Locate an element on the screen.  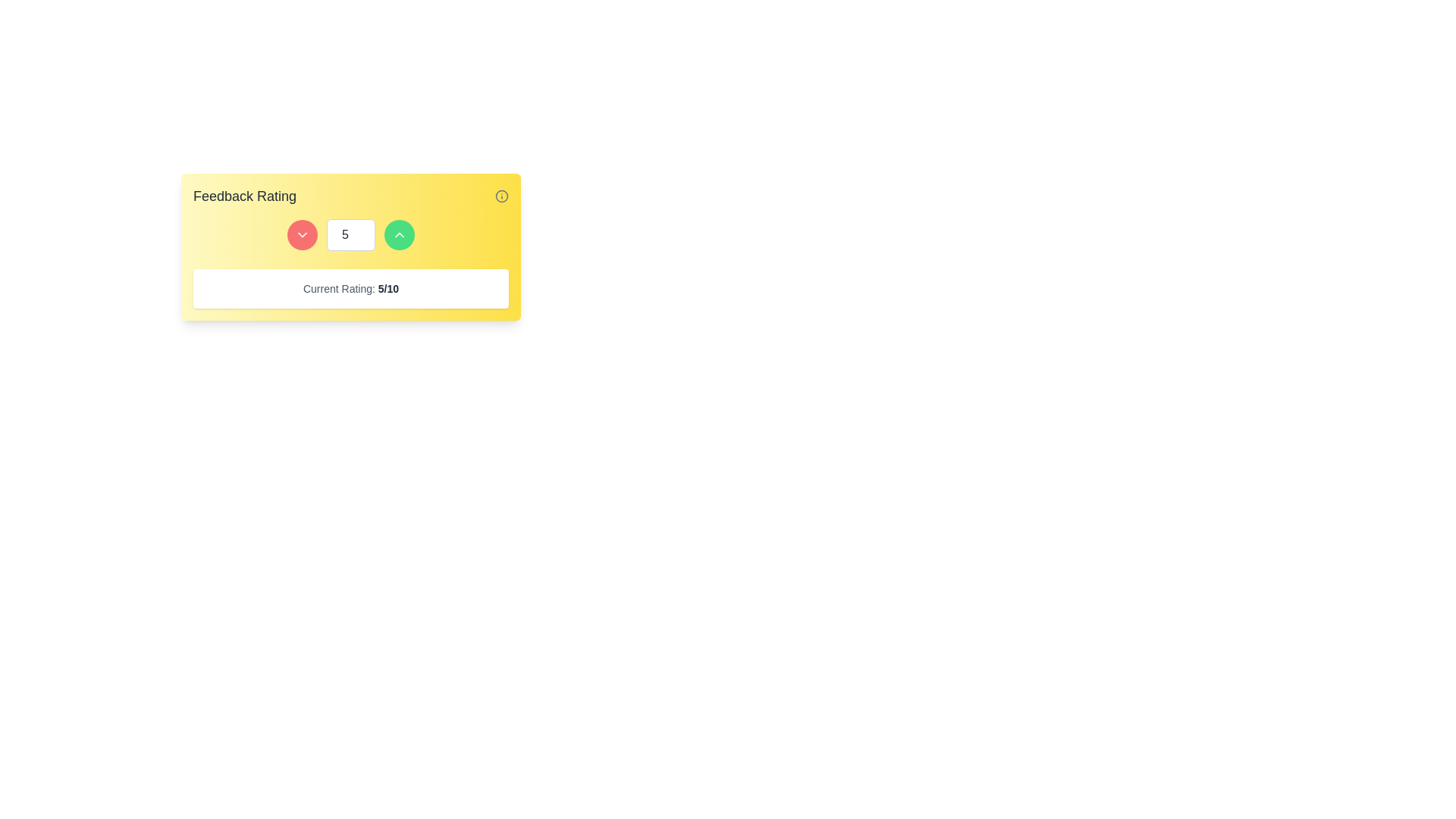
the decrement button with a downward arrow icon, which is located to the left of the numeric input field displaying '5', to change its visual style is located at coordinates (302, 234).